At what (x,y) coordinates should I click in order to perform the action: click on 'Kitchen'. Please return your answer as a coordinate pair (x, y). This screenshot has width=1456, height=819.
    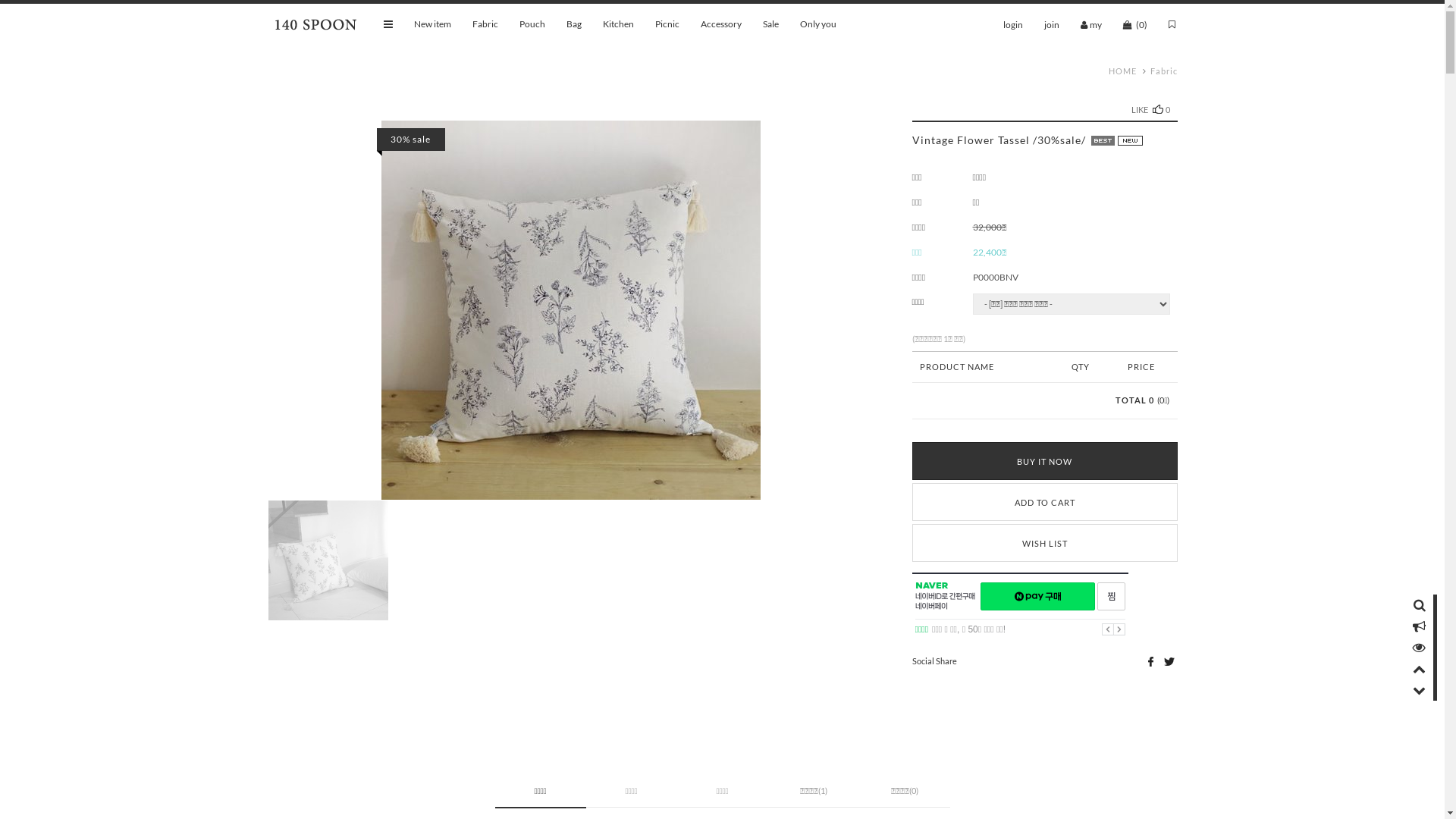
    Looking at the image, I should click on (617, 24).